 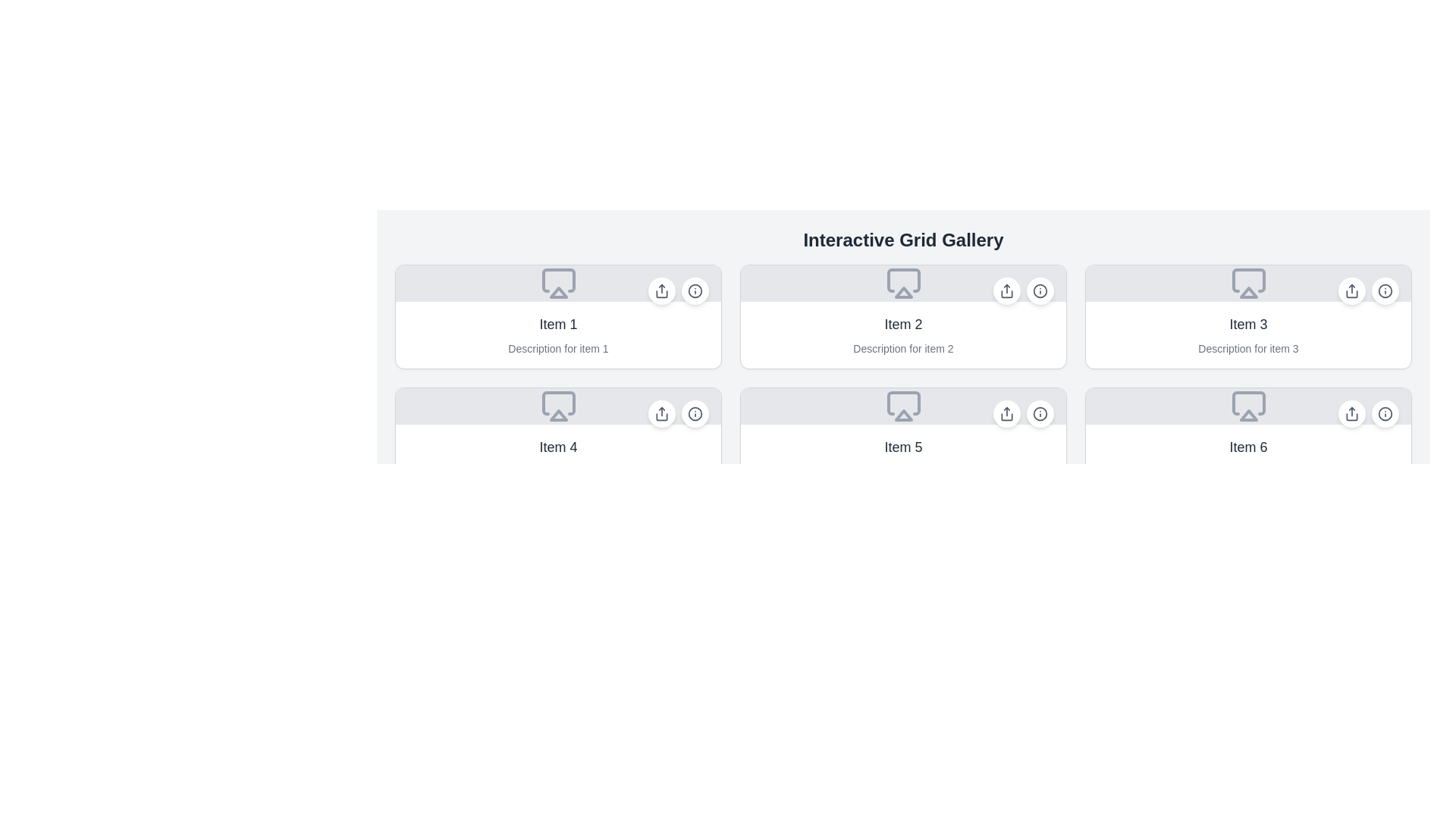 I want to click on the static text block representing the second item in the grid's first row, which showcases content or items, so click(x=903, y=334).